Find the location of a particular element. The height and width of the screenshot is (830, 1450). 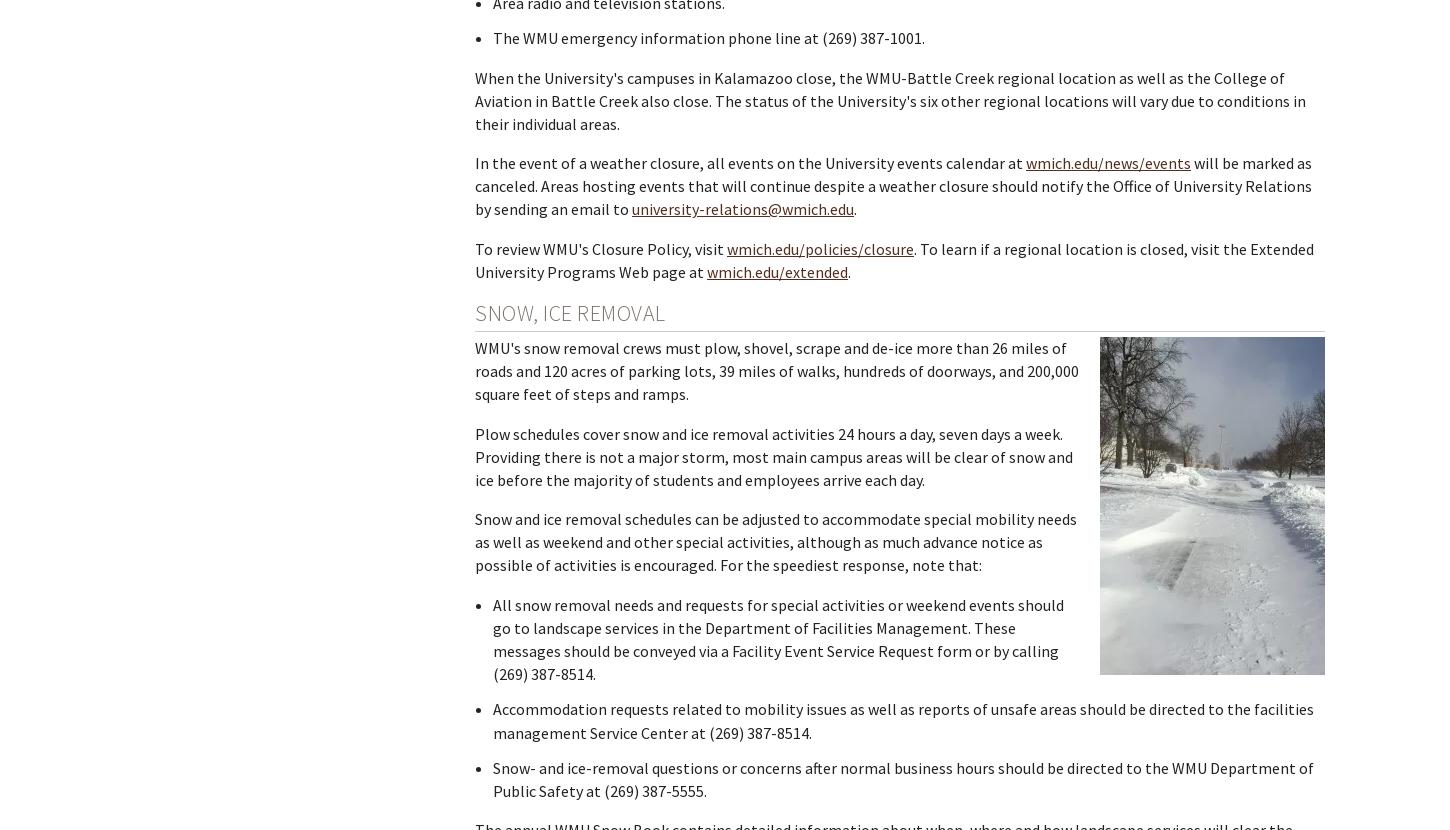

'Accommodation requests related to mobility issues as well as reports of unsafe areas should be directed to the facilities management Service Center at (269) 387-8514.' is located at coordinates (901, 719).